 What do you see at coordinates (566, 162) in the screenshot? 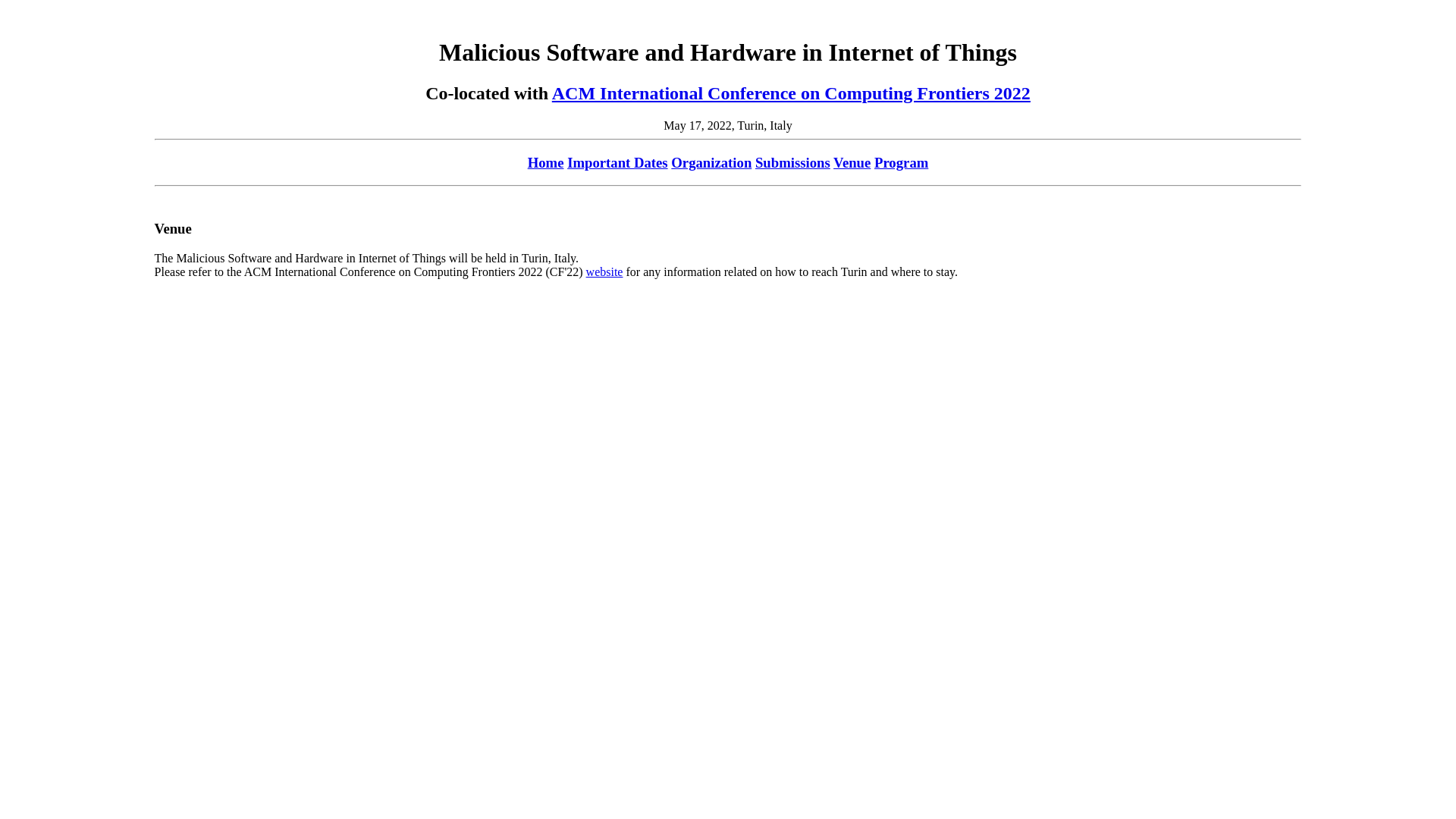
I see `'Important Dates'` at bounding box center [566, 162].